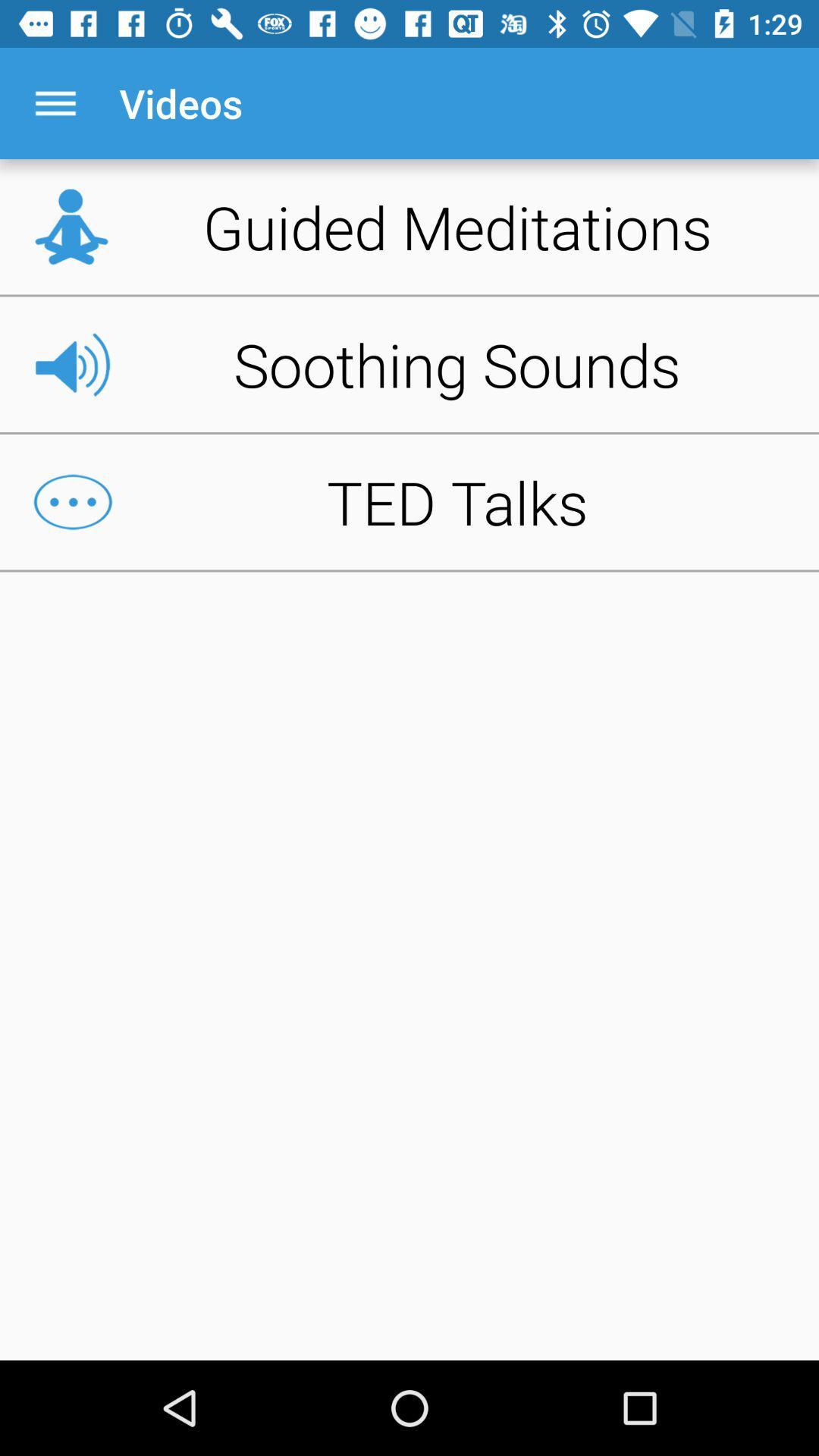  What do you see at coordinates (55, 102) in the screenshot?
I see `the icon next to the videos item` at bounding box center [55, 102].